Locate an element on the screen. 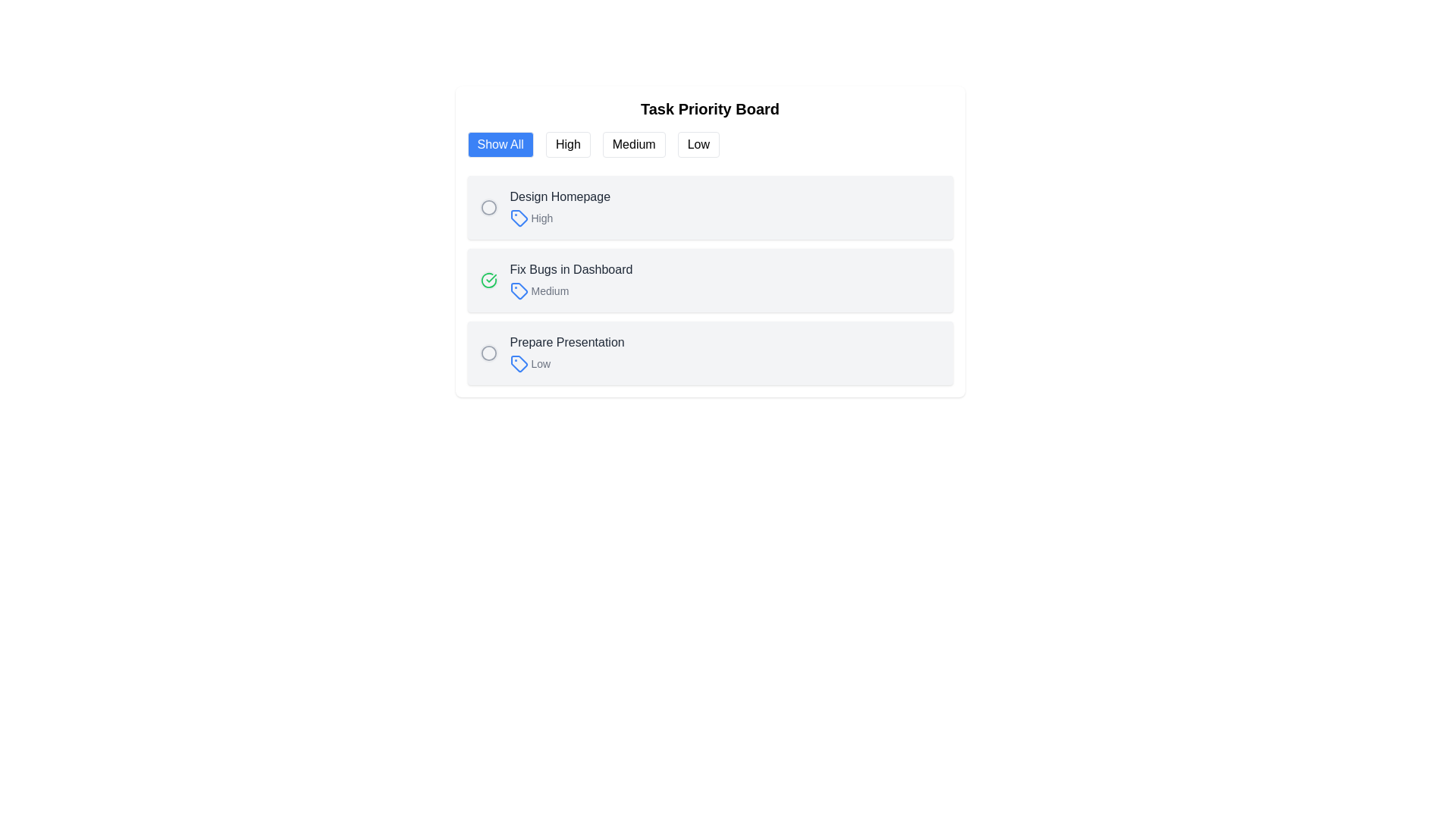  the 'Filter Control' component's toggle buttons labeled 'Show All', 'High', 'Medium', and 'Low' is located at coordinates (709, 127).